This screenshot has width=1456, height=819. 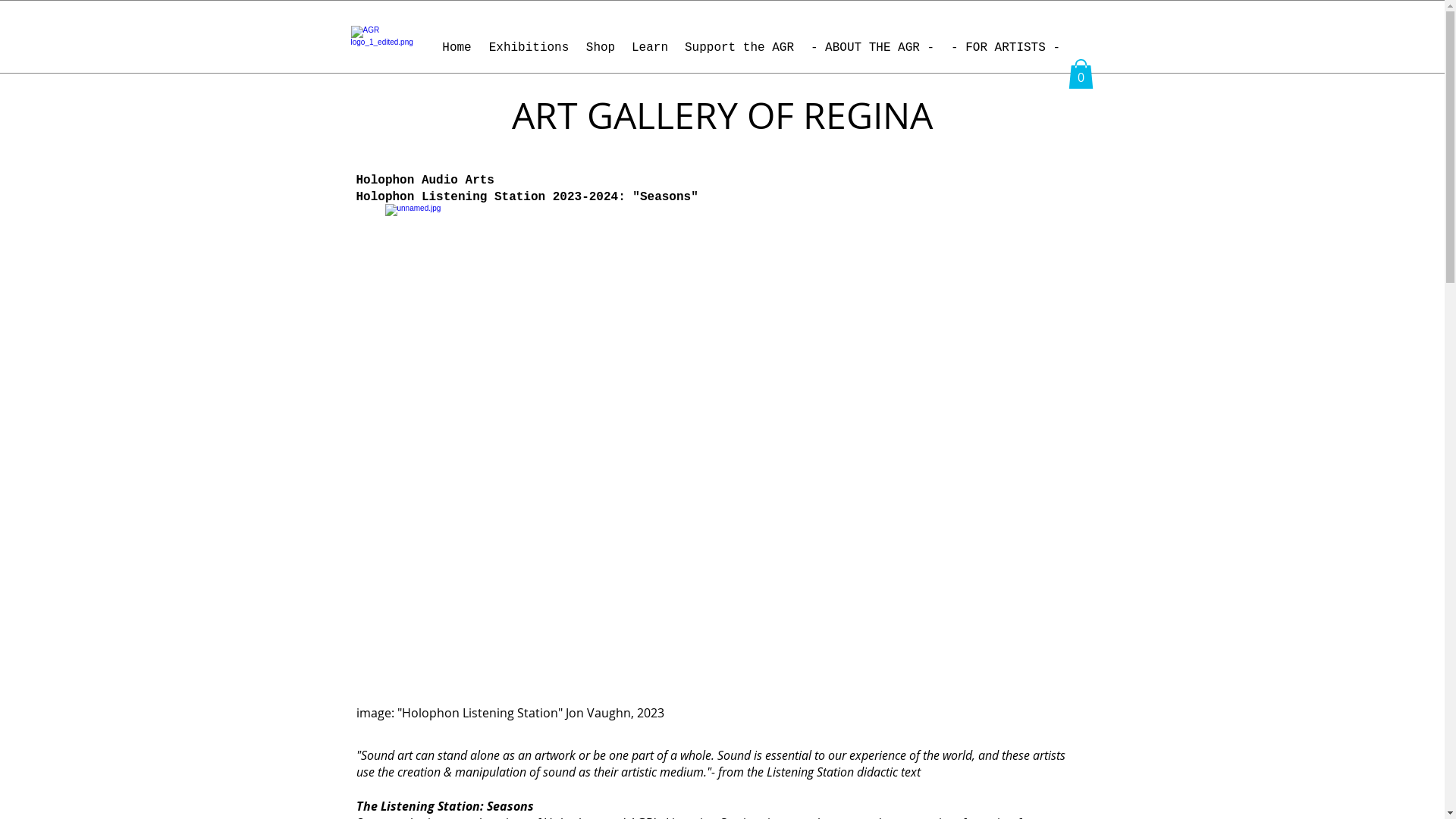 What do you see at coordinates (455, 47) in the screenshot?
I see `'Home'` at bounding box center [455, 47].